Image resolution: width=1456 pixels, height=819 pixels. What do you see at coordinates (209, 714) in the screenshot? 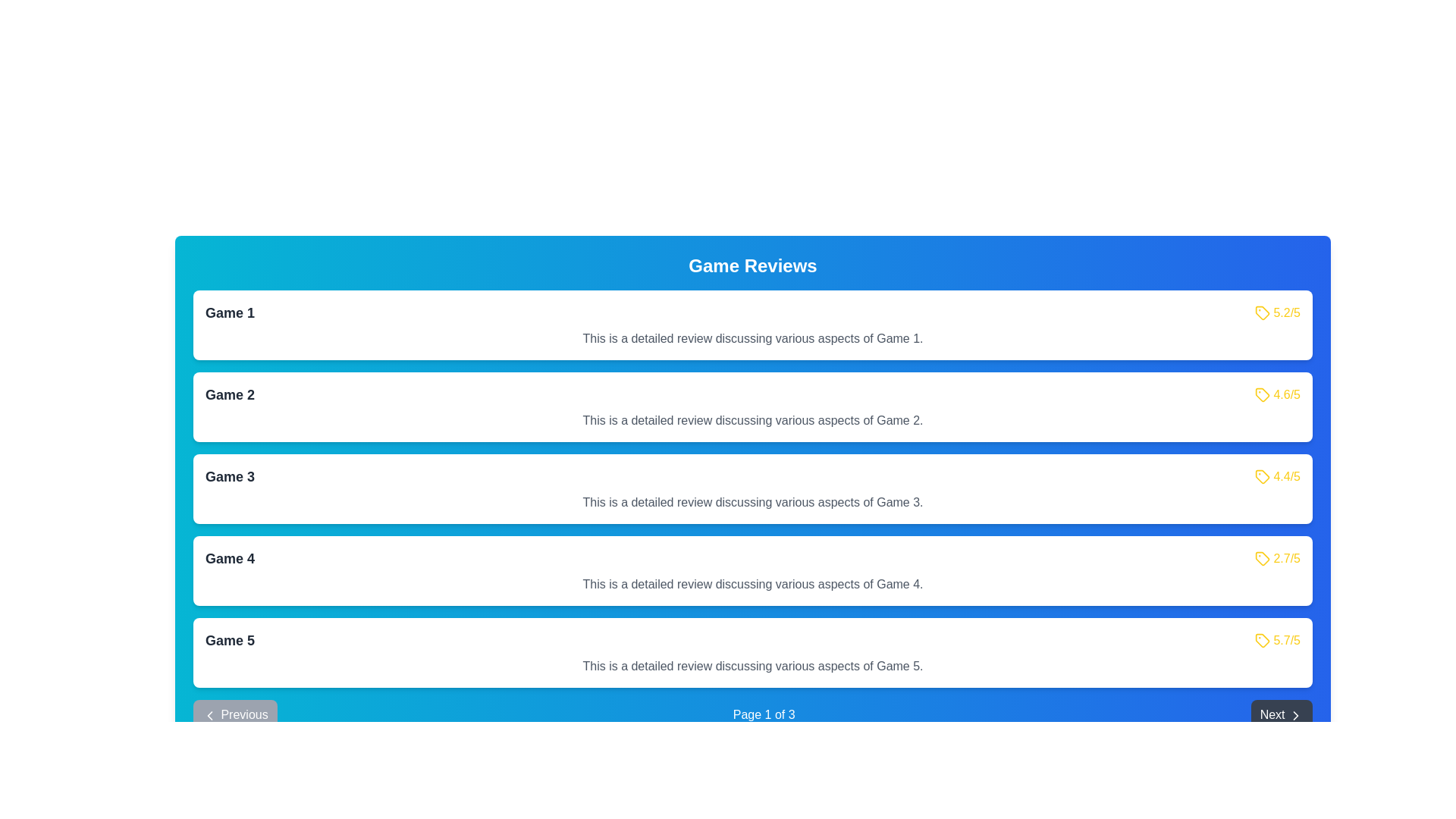
I see `the arrow icon located at the top-left corner of the 'Previous' button, which indicates its functionality to navigate to the previous page or section` at bounding box center [209, 714].